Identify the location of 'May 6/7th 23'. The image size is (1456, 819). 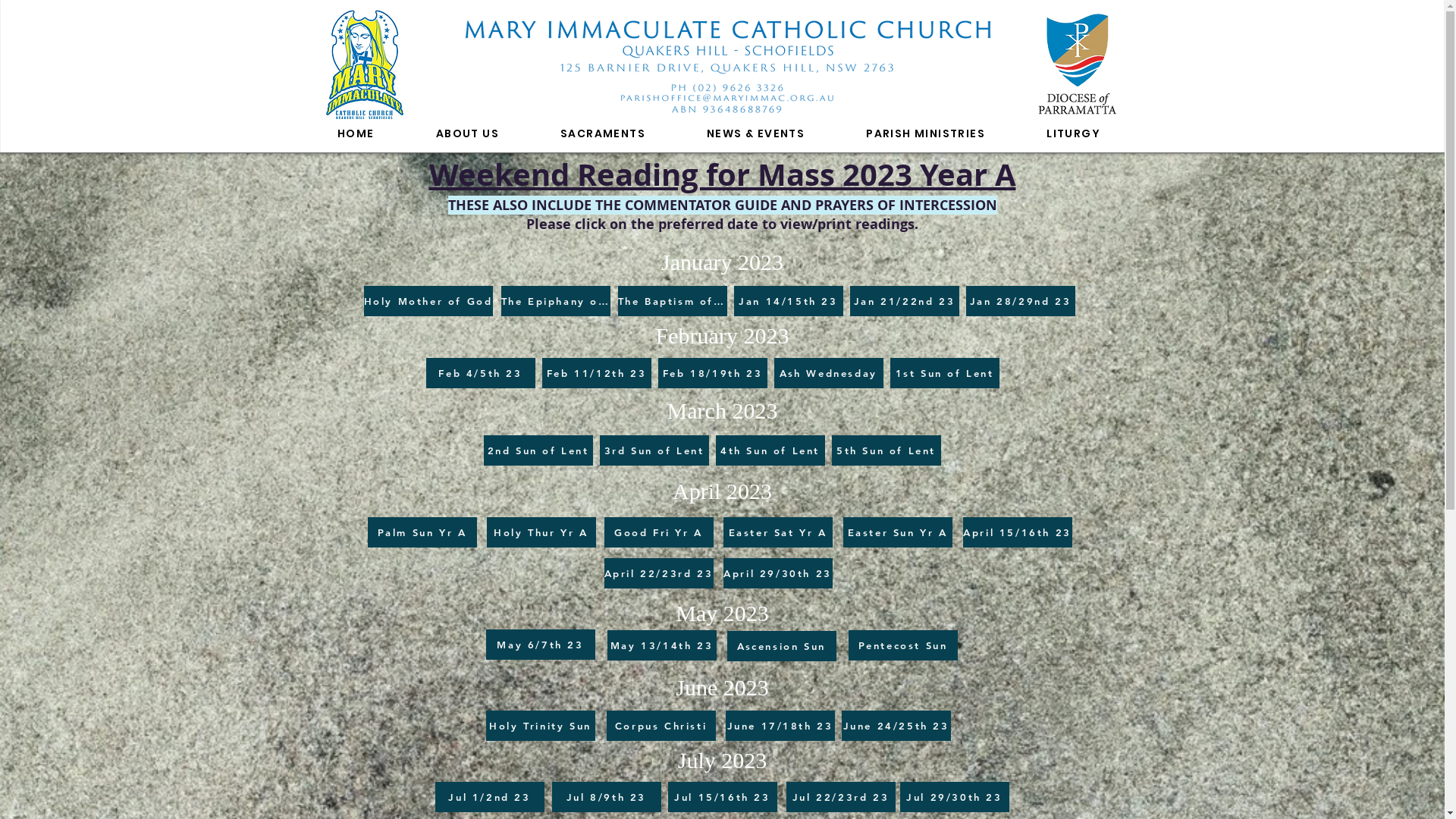
(539, 644).